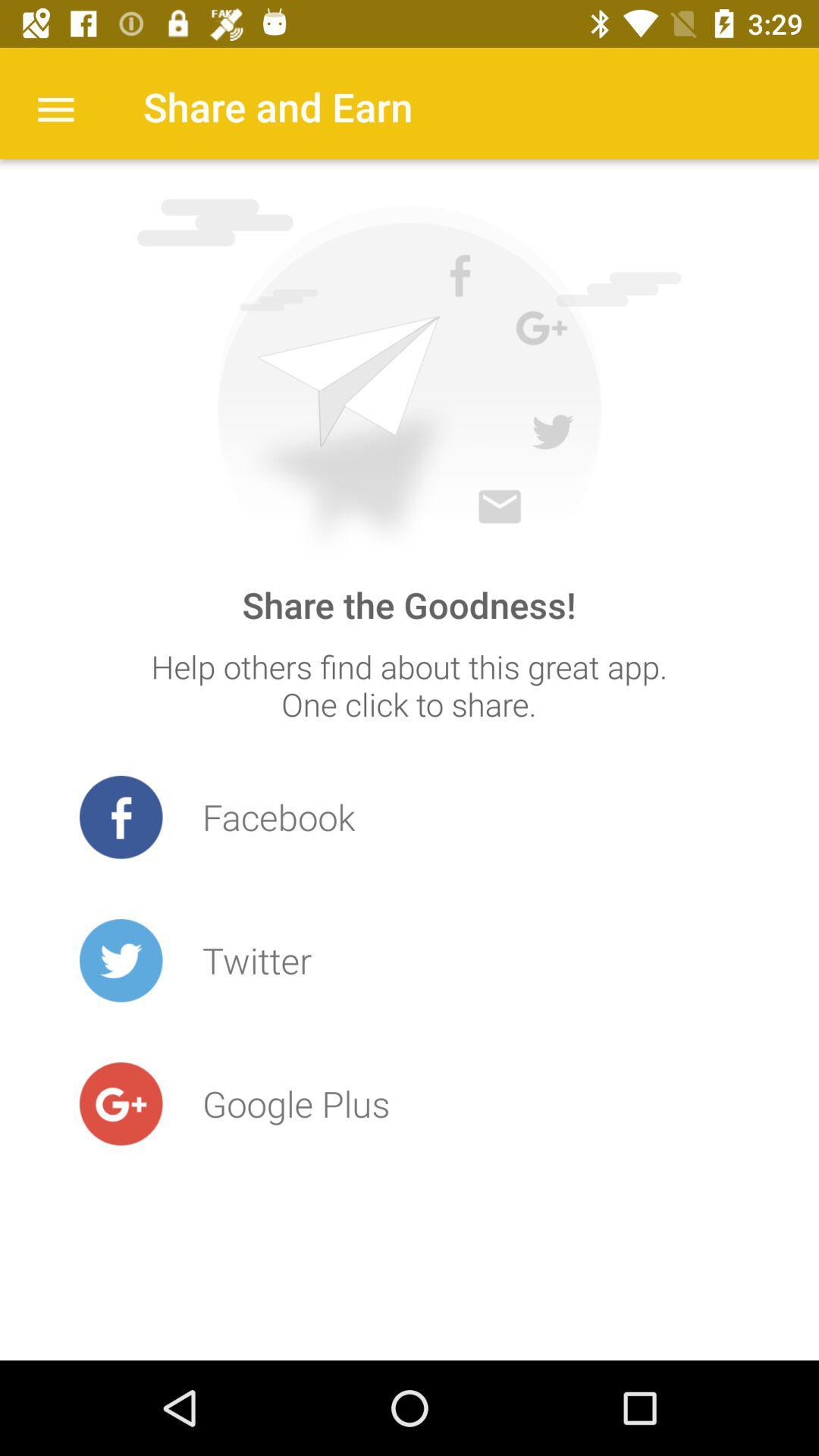  What do you see at coordinates (55, 107) in the screenshot?
I see `the item to the left of share and earn icon` at bounding box center [55, 107].